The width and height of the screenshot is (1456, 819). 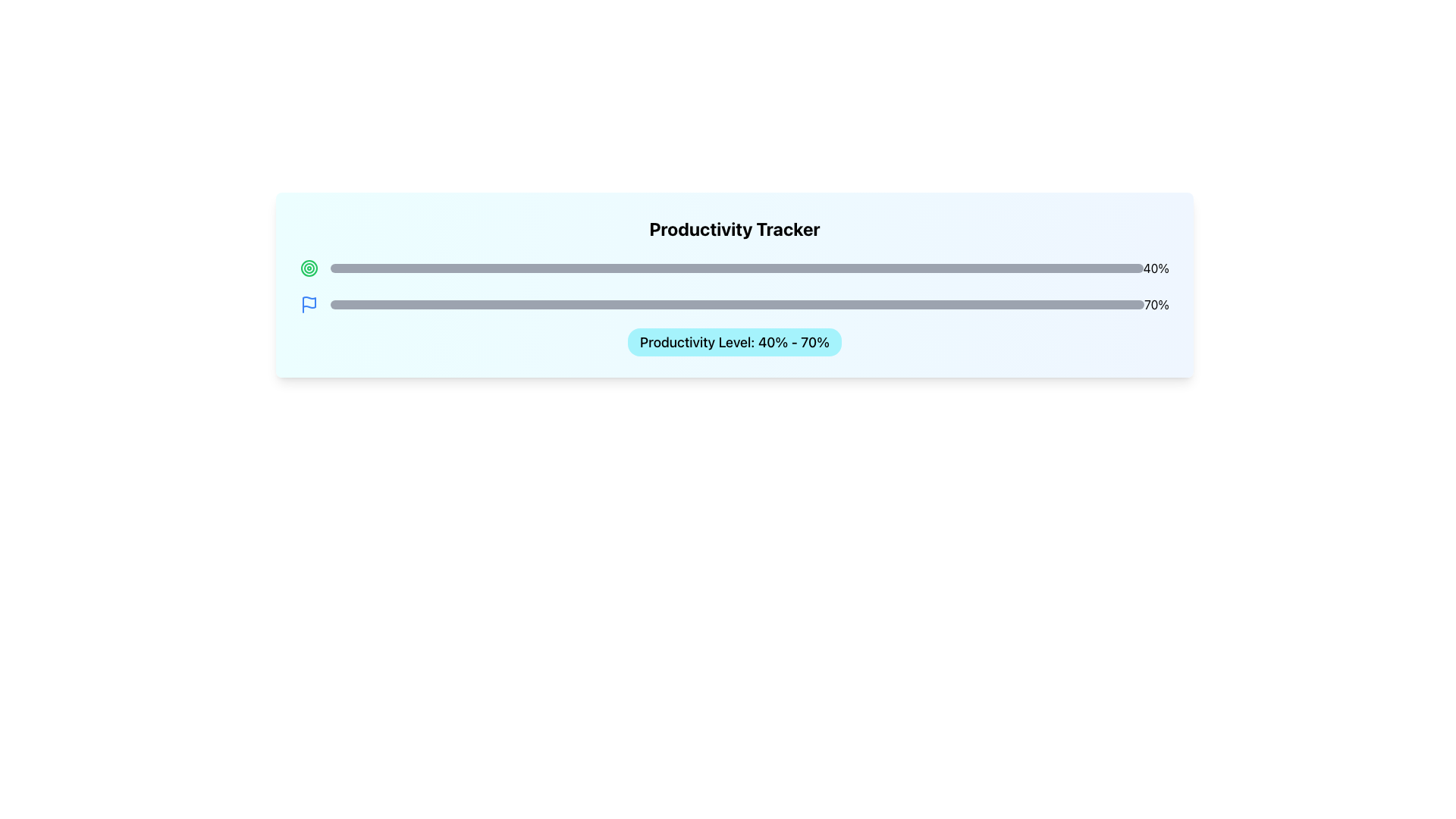 I want to click on the productivity level slider, so click(x=695, y=268).